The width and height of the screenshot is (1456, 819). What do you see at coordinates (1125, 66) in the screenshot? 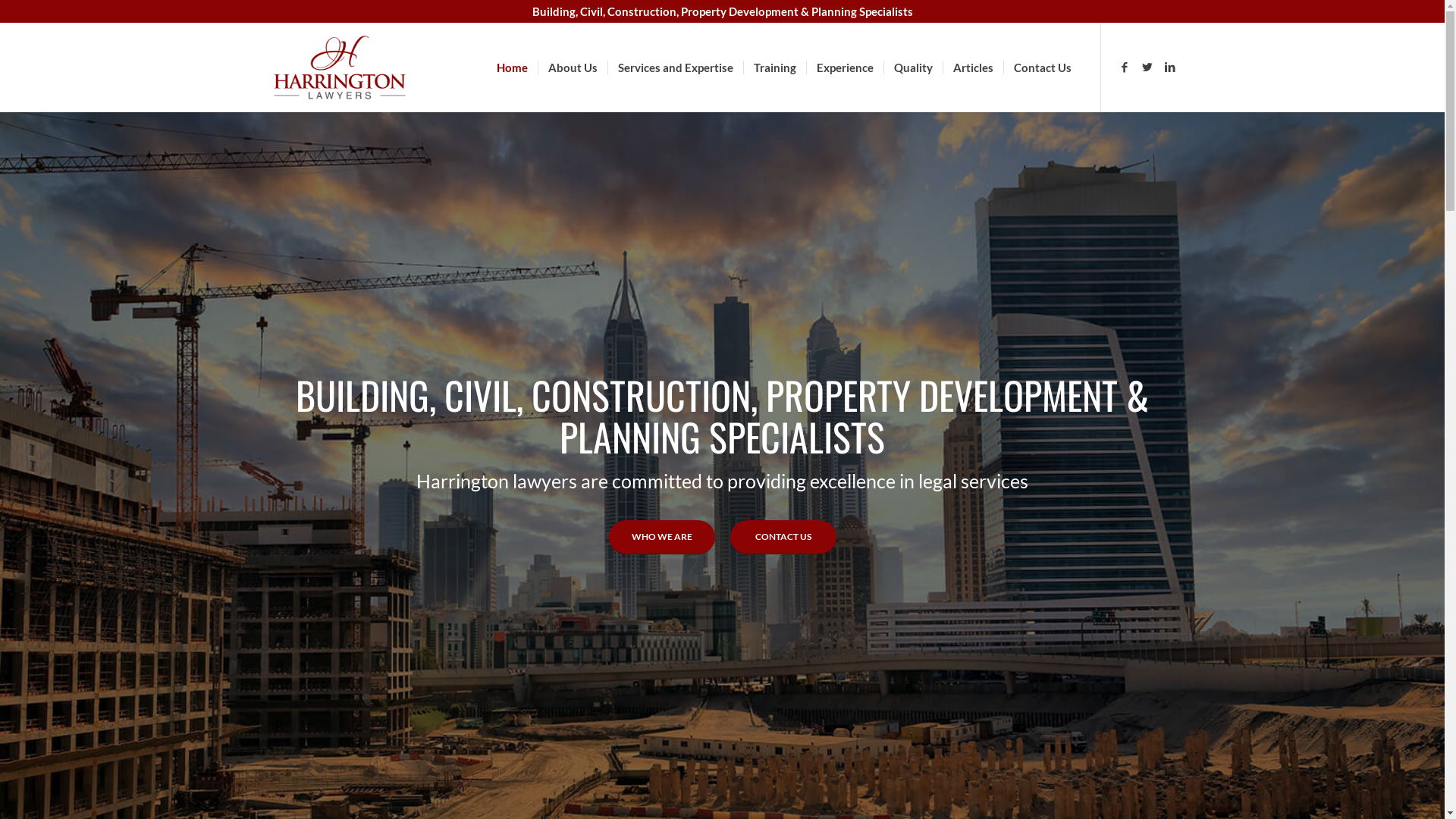
I see `'Facebook'` at bounding box center [1125, 66].